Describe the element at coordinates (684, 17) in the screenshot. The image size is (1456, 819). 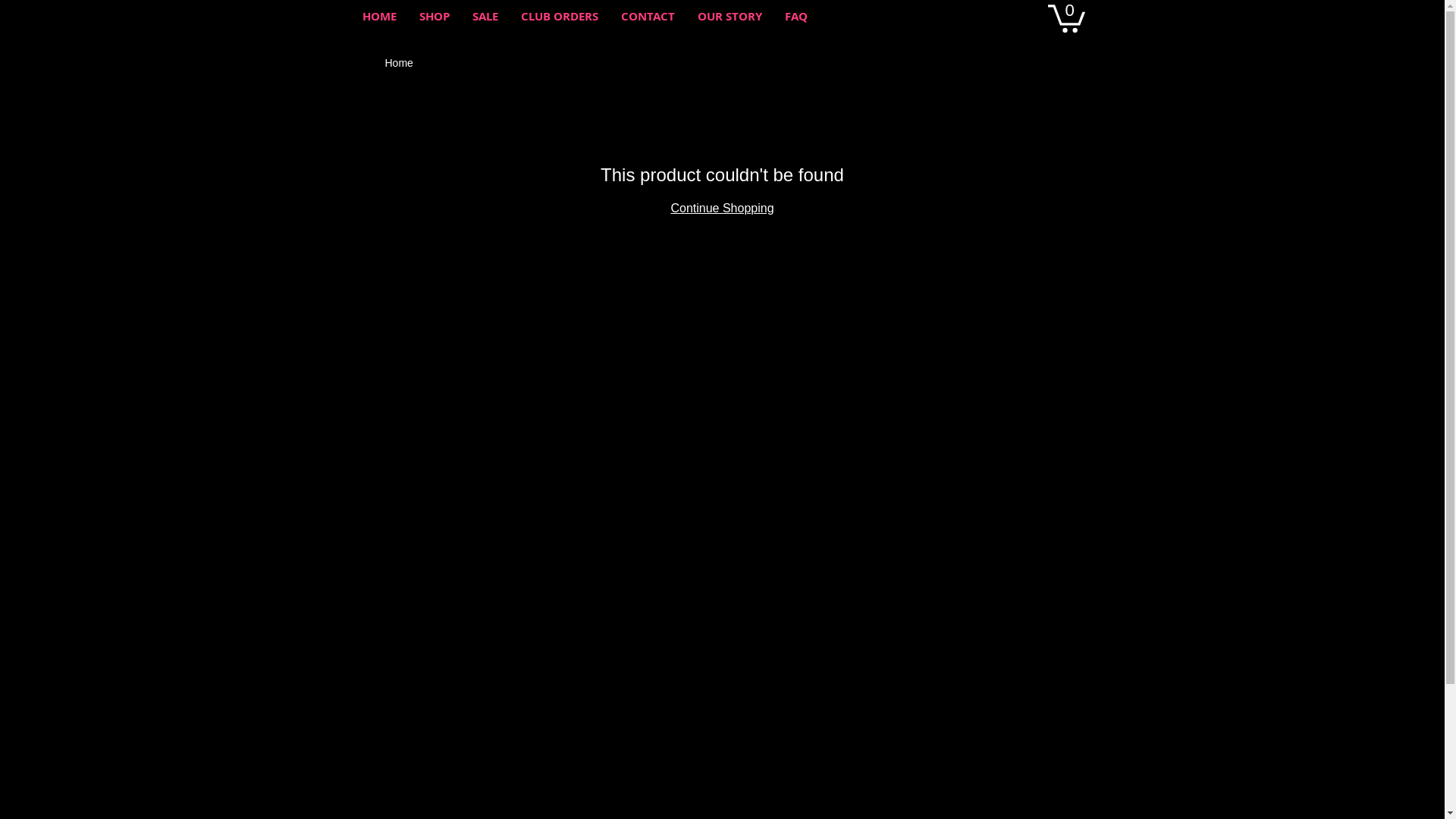
I see `'OUR STORY'` at that location.